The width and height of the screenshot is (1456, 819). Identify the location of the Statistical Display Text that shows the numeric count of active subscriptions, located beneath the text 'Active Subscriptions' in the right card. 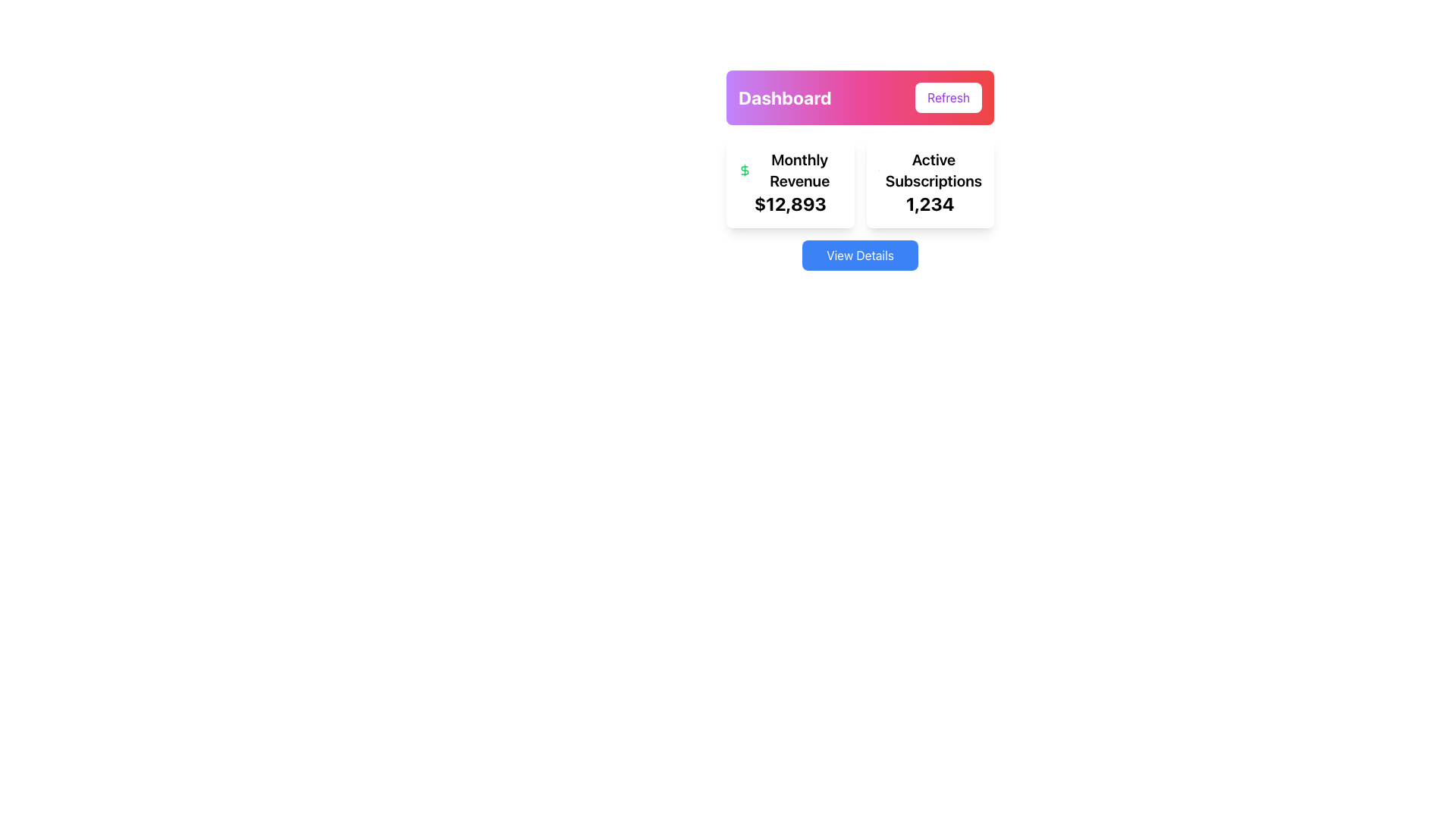
(929, 203).